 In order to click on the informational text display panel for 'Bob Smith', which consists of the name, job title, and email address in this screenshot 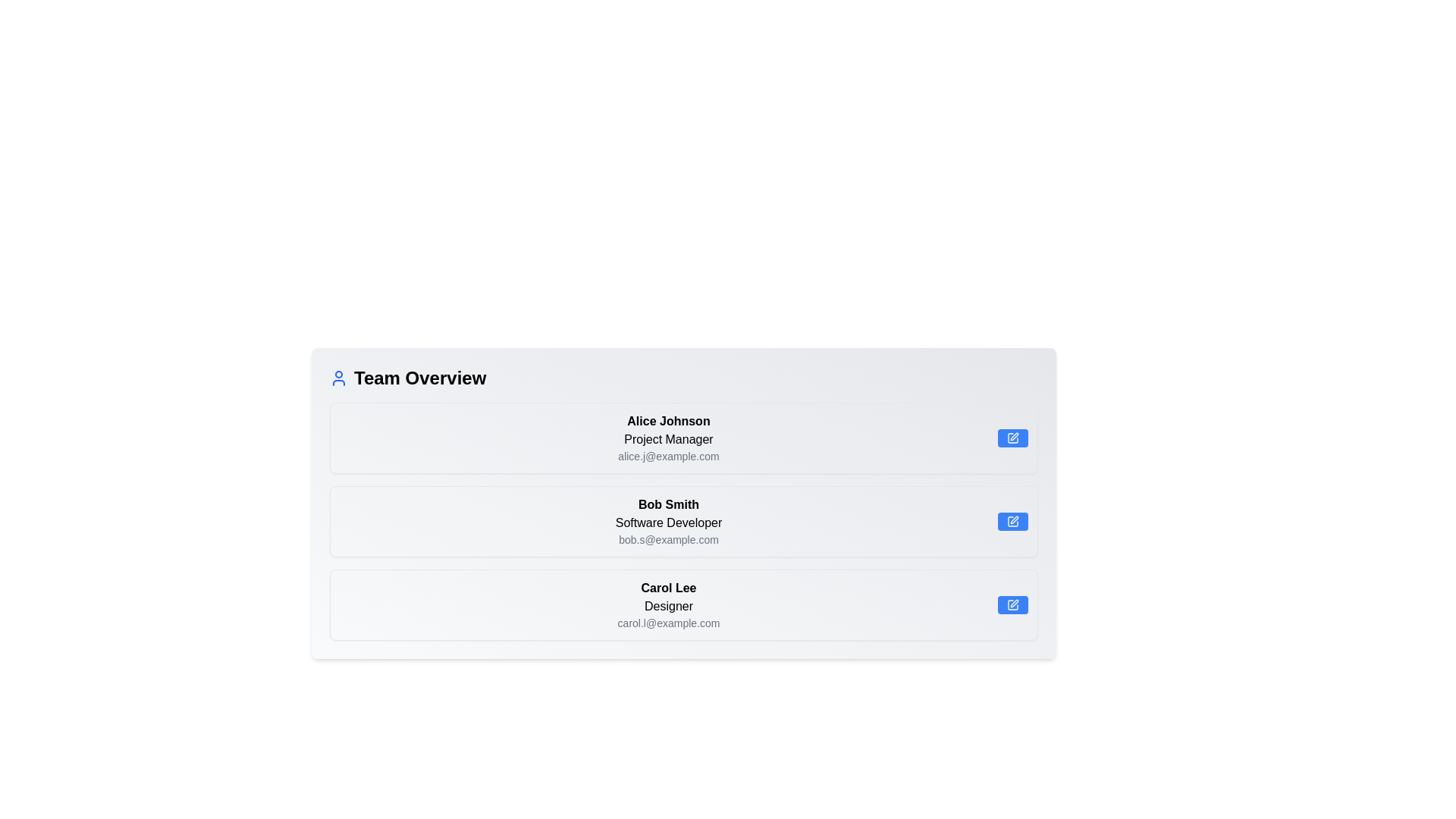, I will do `click(668, 520)`.